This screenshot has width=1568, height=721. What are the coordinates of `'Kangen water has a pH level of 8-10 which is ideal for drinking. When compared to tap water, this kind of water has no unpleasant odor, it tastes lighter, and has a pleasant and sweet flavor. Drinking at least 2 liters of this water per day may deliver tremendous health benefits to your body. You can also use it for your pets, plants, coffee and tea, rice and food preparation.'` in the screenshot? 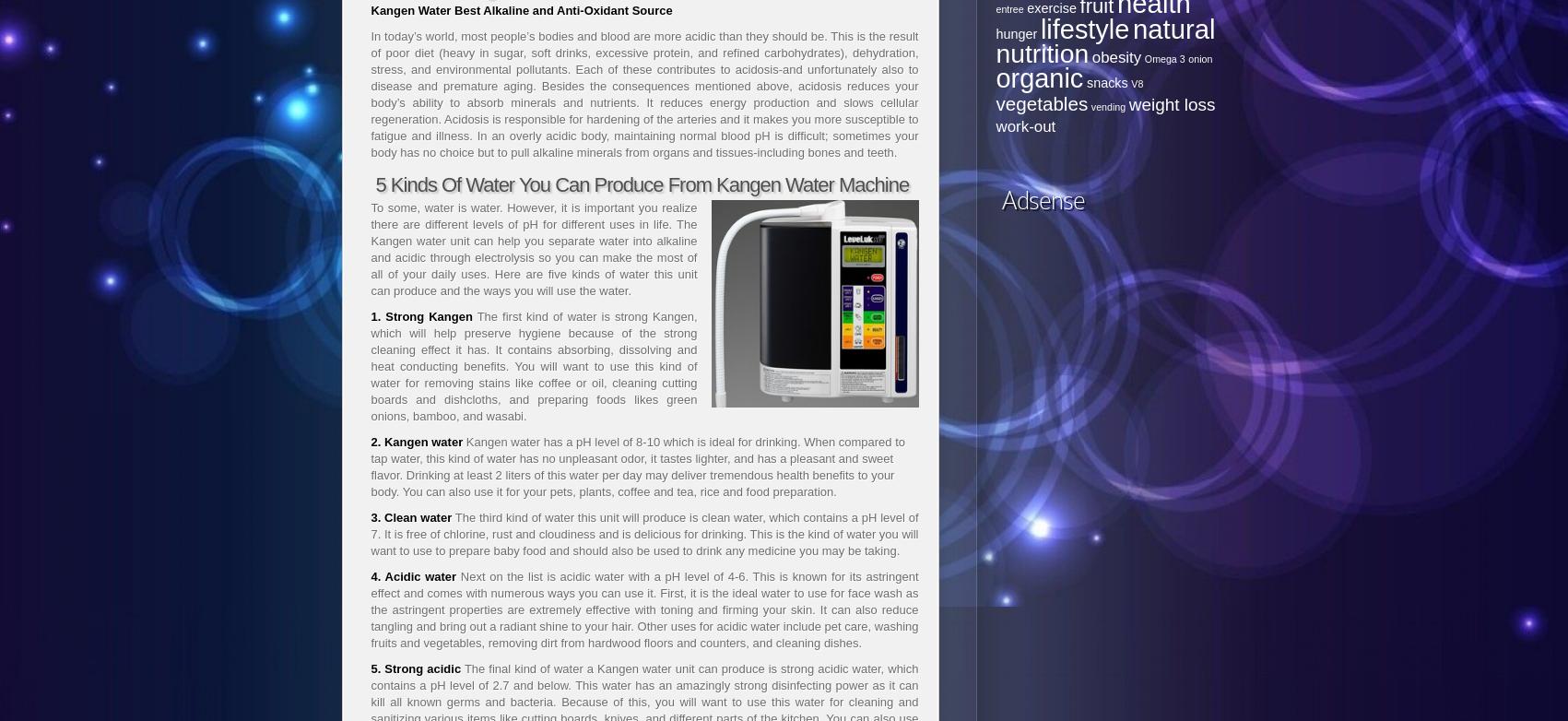 It's located at (369, 467).